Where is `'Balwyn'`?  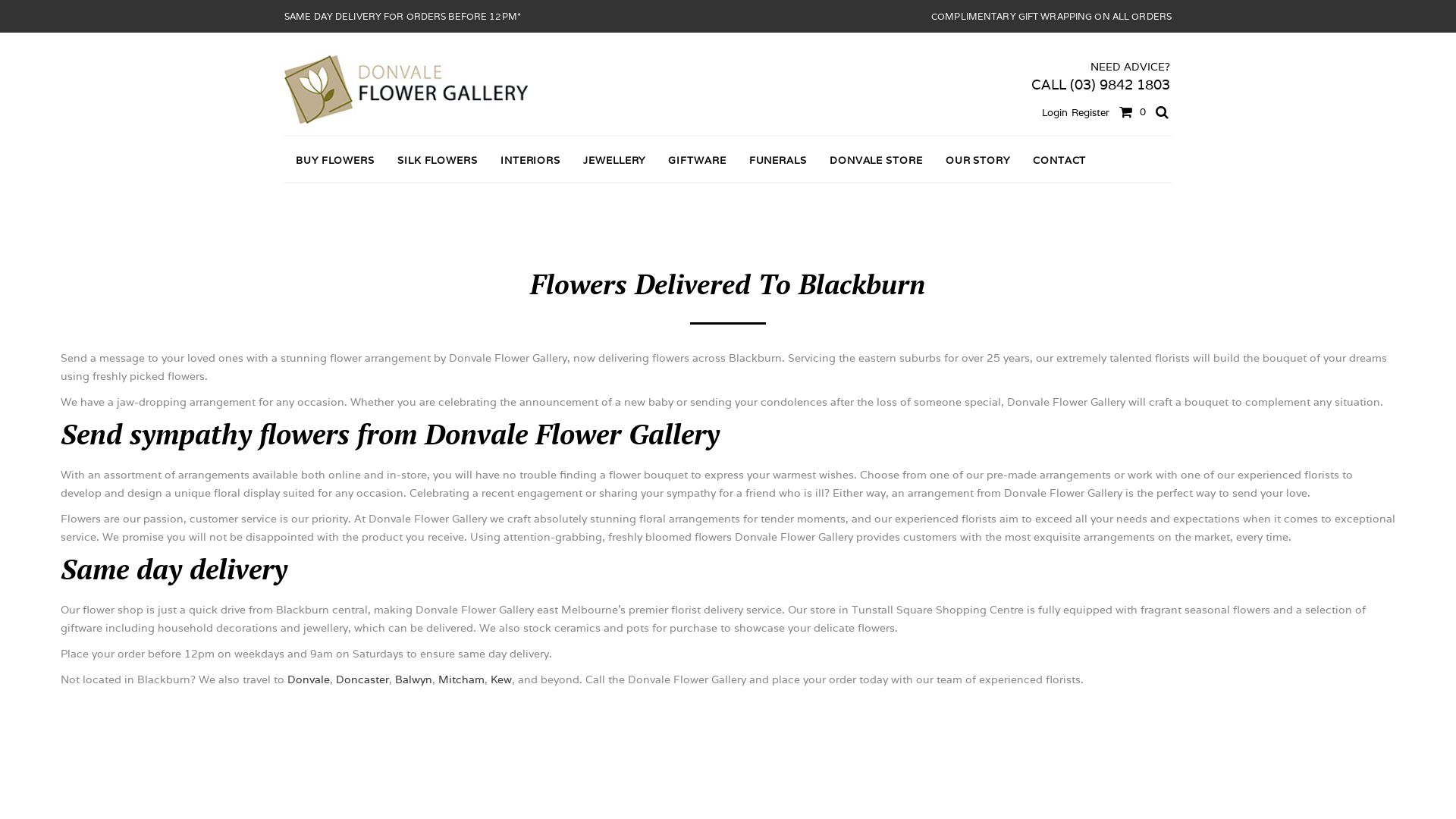 'Balwyn' is located at coordinates (413, 678).